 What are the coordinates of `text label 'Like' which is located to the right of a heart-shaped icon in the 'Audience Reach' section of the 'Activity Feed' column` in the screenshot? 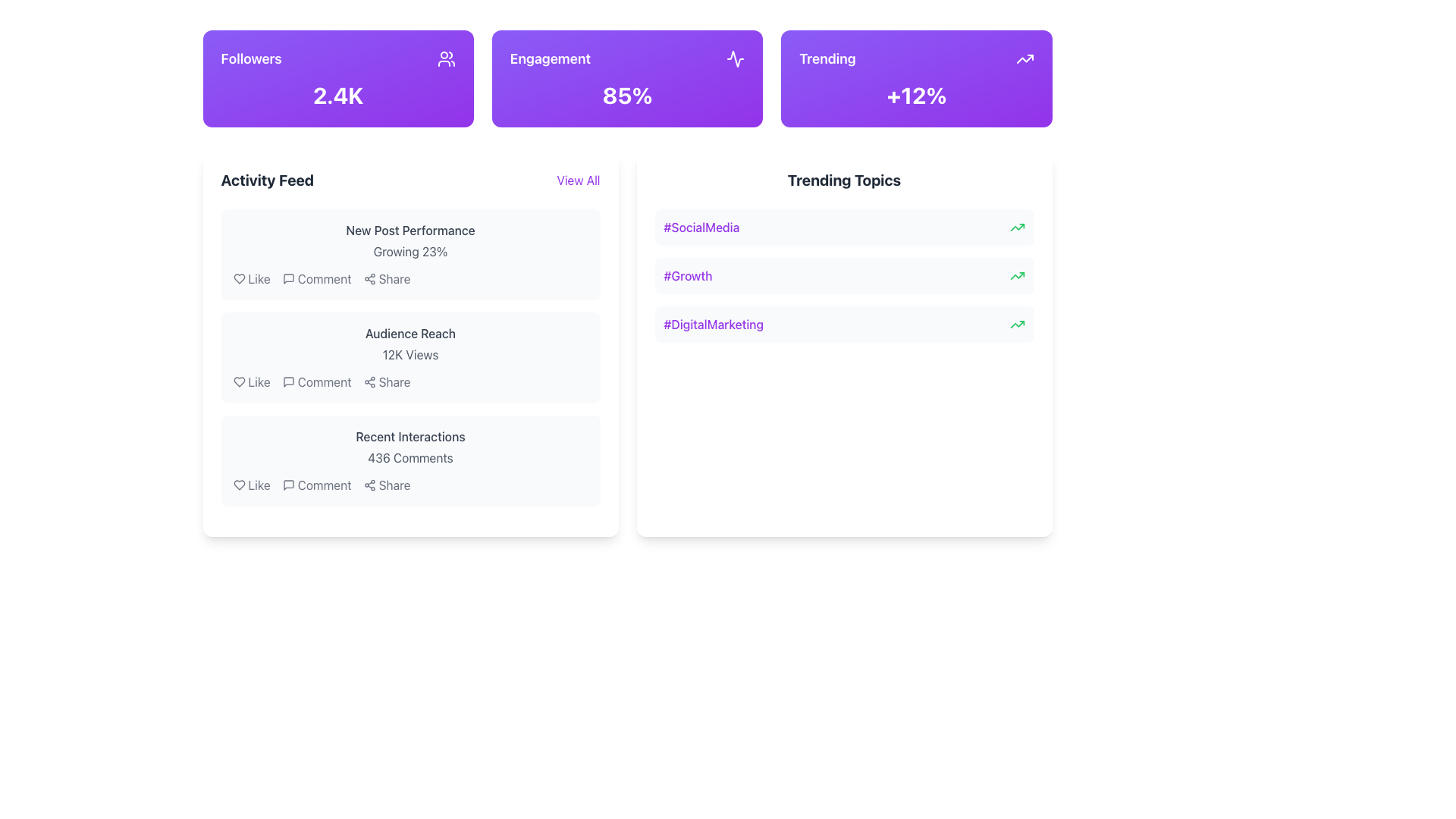 It's located at (259, 381).